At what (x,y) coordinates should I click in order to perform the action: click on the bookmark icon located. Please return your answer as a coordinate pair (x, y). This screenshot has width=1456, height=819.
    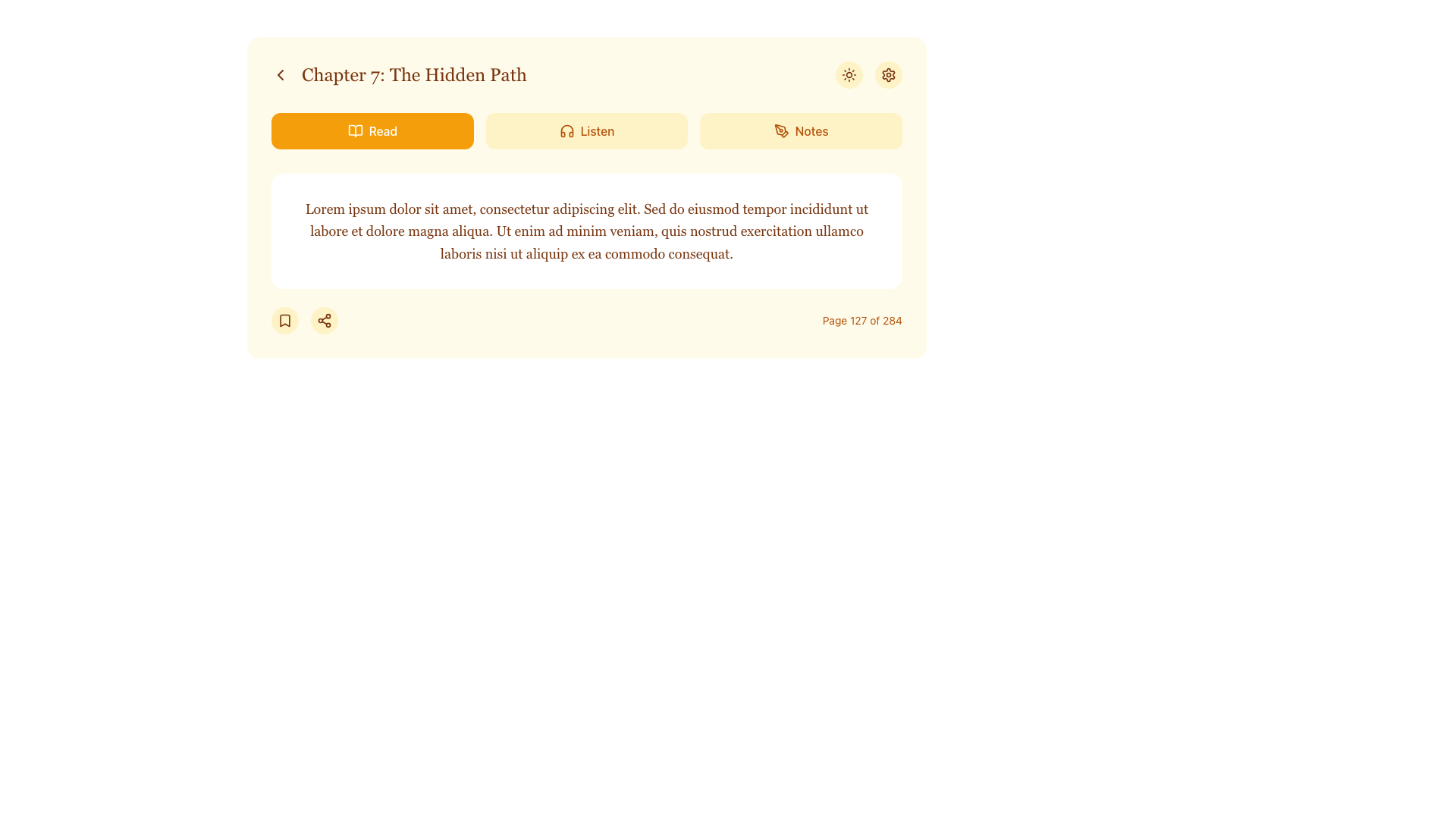
    Looking at the image, I should click on (284, 318).